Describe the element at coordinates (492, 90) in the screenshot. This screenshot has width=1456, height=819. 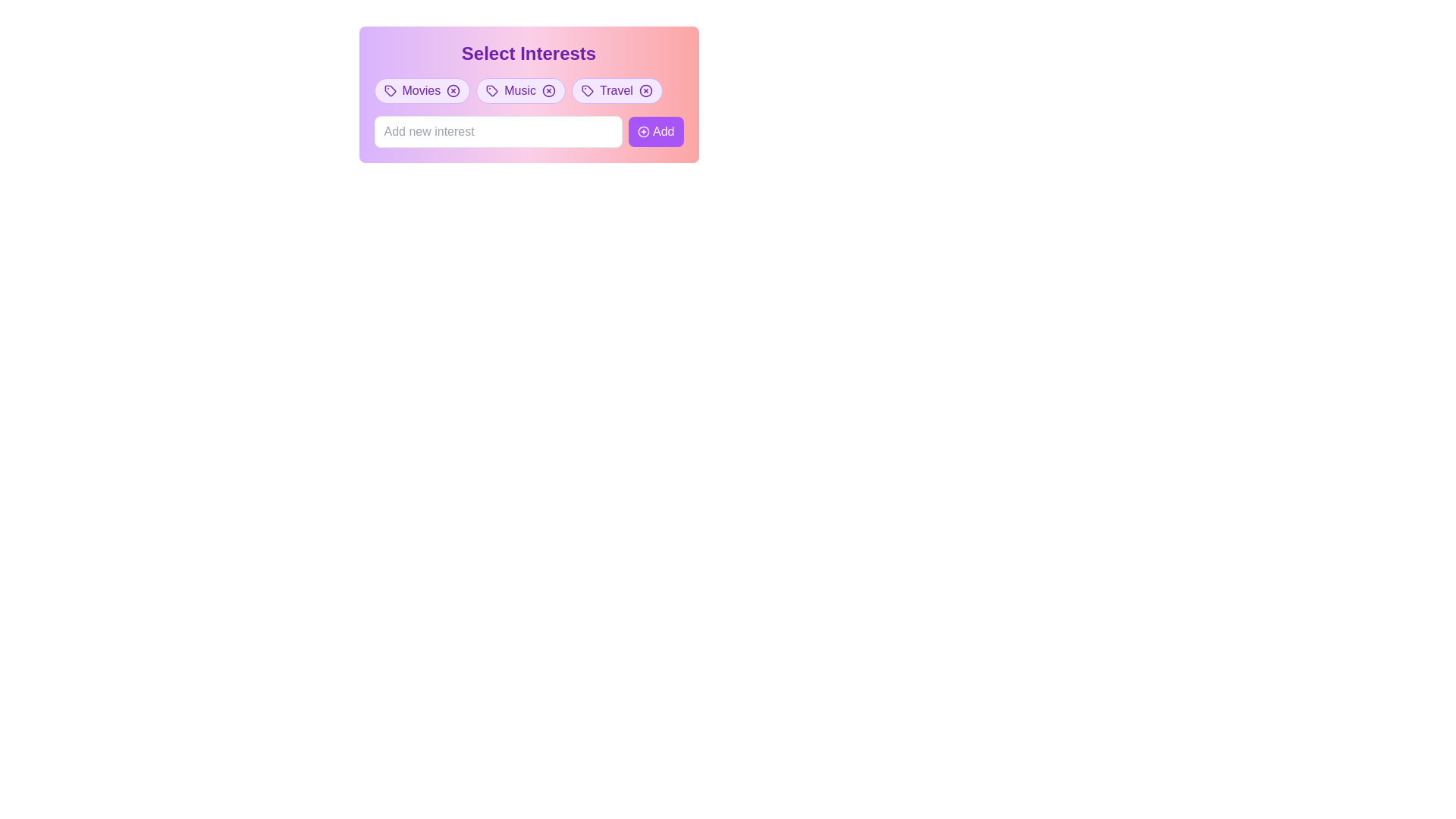
I see `the modern tag icon SVG graphic that precedes the 'Music' label in the interests section, if interactive elements exist nearby` at that location.